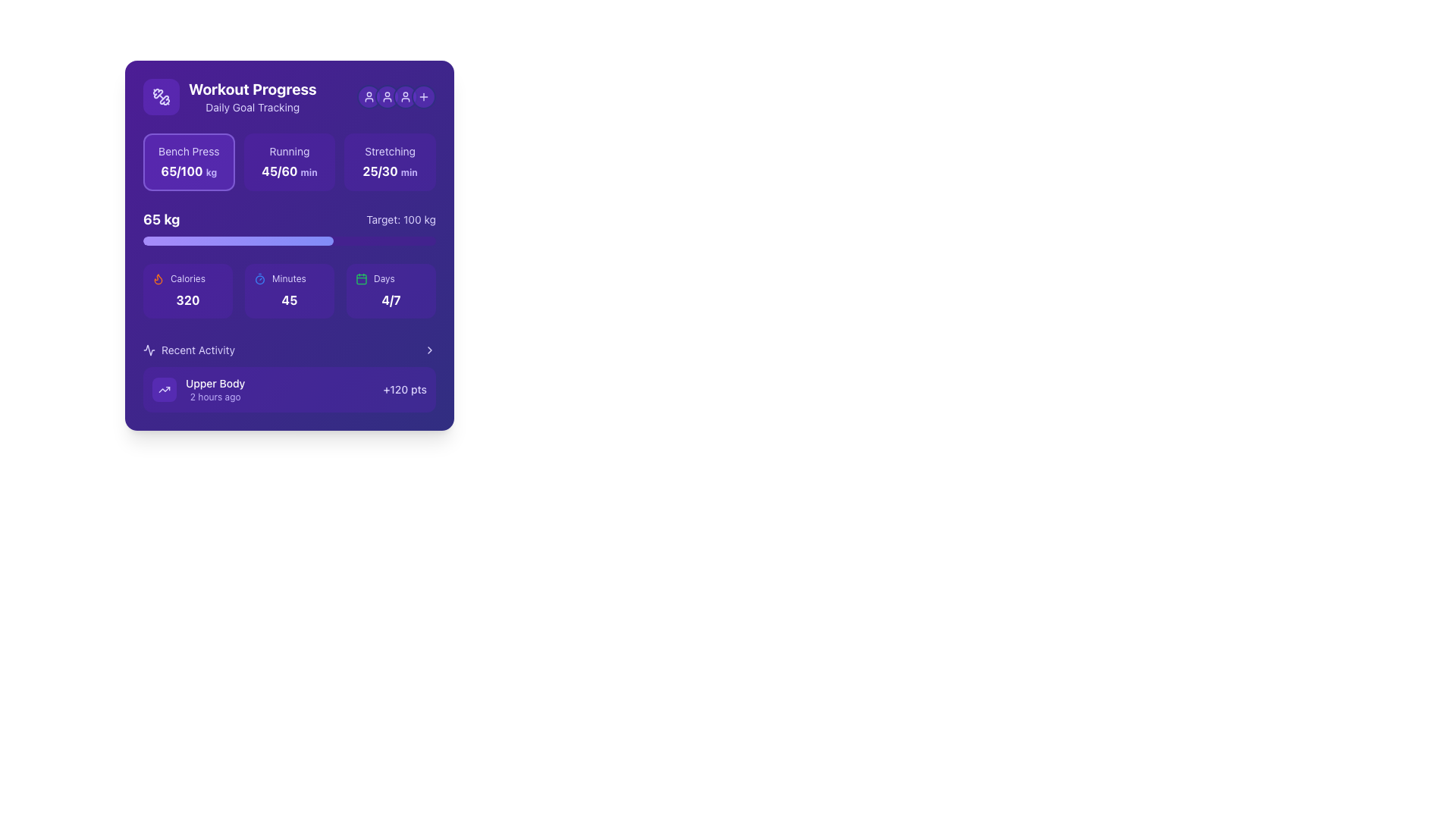  Describe the element at coordinates (390, 171) in the screenshot. I see `the time progress text of the 'Stretching' exercise located within the violet card labeled 'Stretching', situated below the title 'Stretching'` at that location.